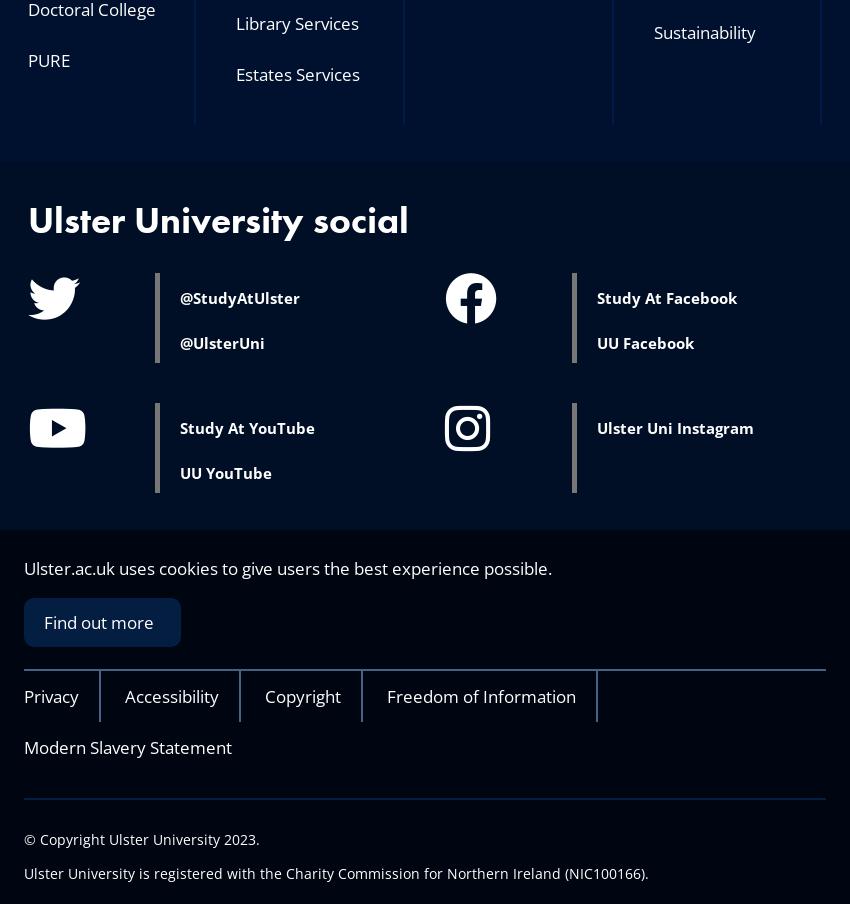  I want to click on 'Study At Facebook', so click(666, 297).